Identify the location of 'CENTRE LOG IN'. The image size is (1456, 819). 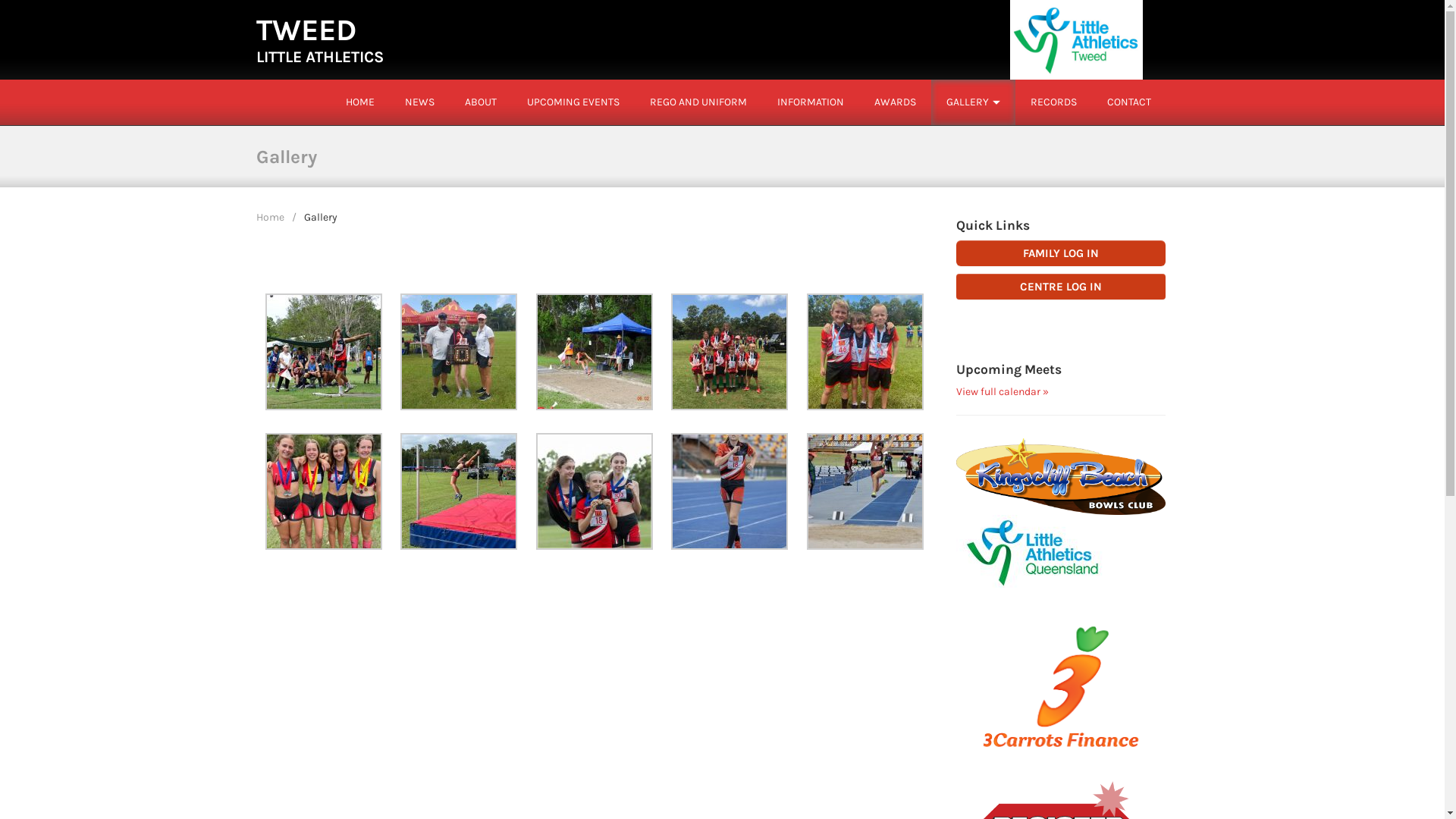
(955, 287).